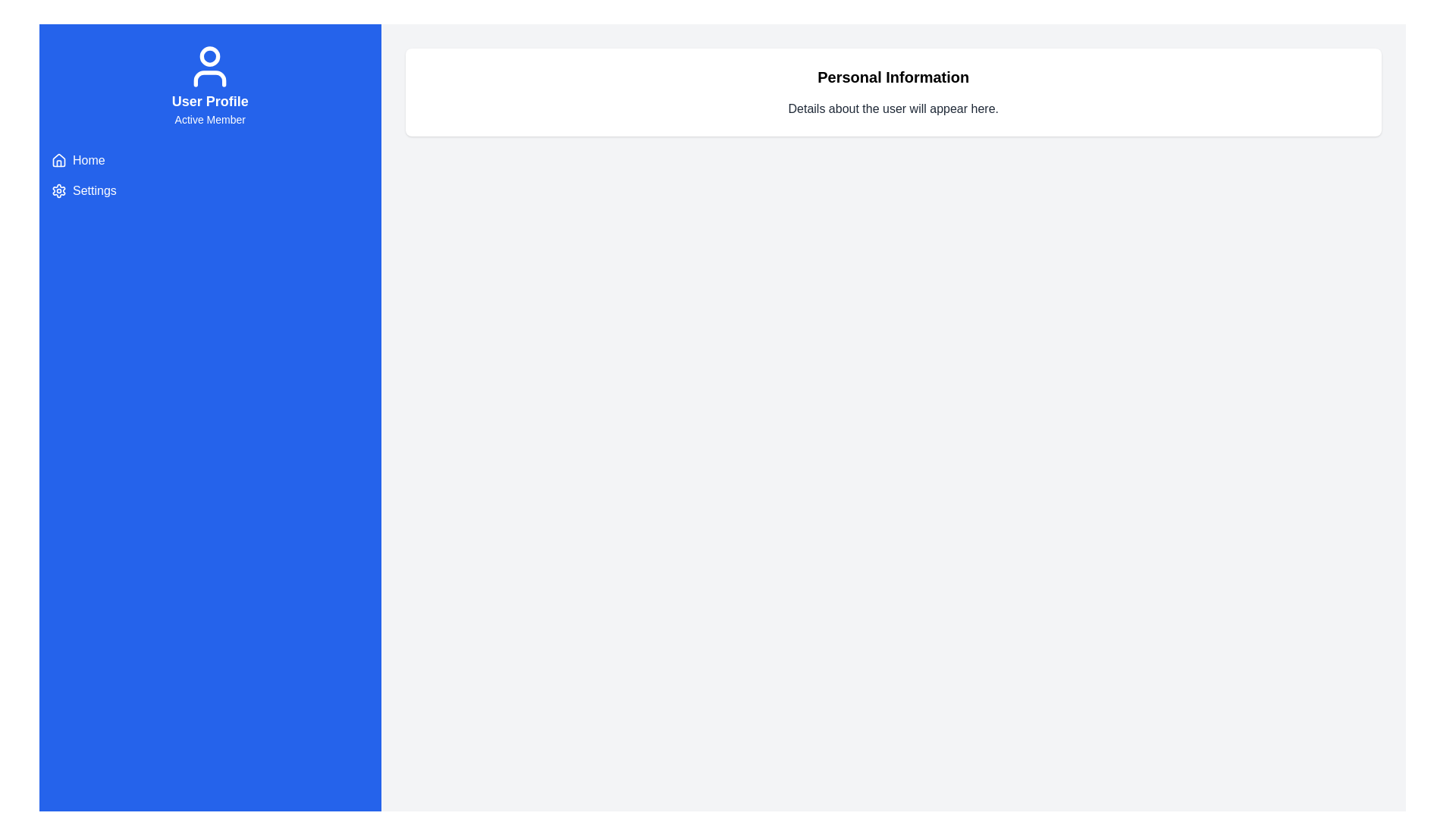 The image size is (1456, 819). Describe the element at coordinates (209, 66) in the screenshot. I see `the user avatar icon, which is a white outlined icon on a blue background located in the header section above 'User Profile' and 'Active Member' in the sidebar` at that location.